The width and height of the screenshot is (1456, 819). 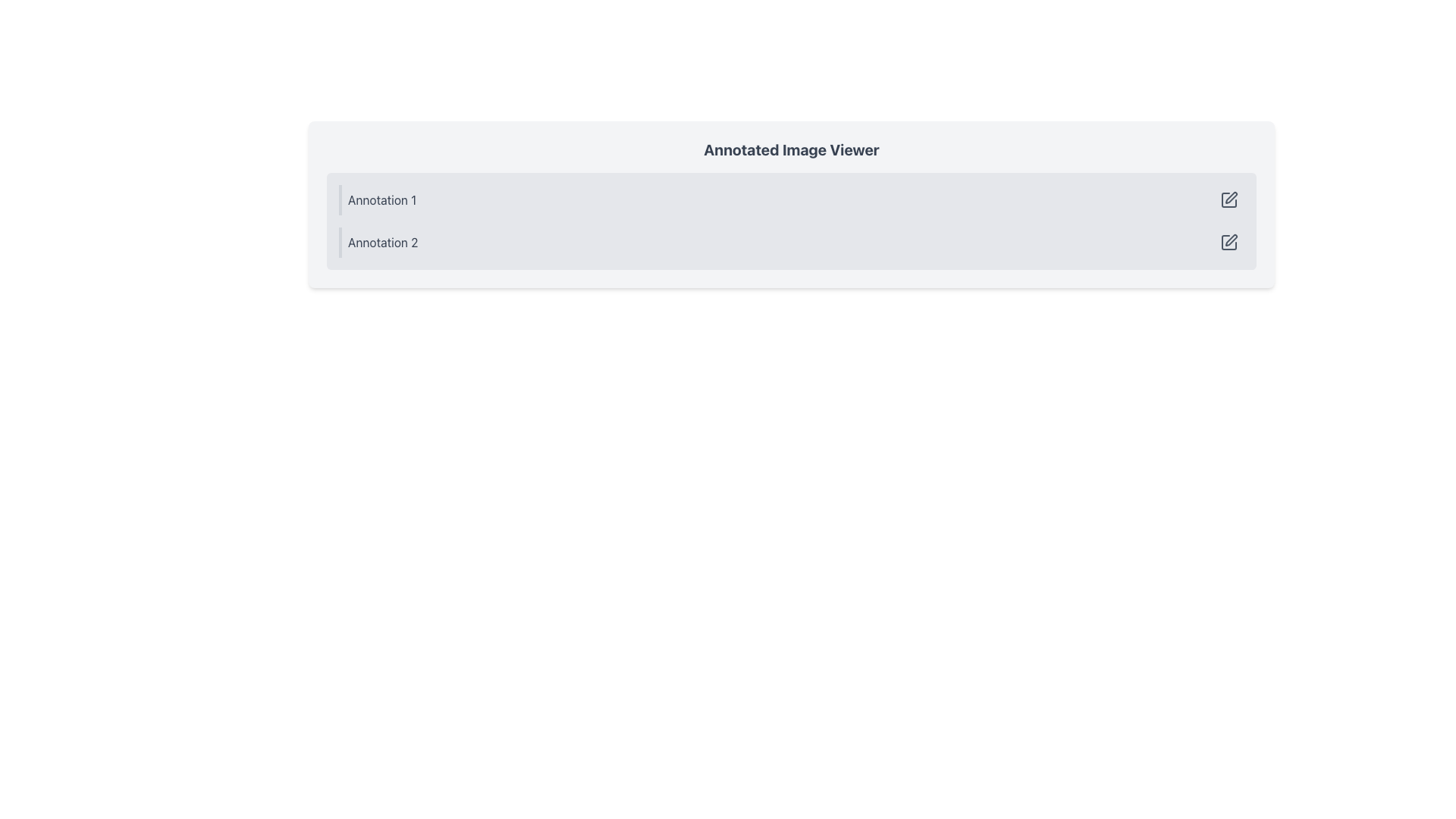 What do you see at coordinates (1229, 242) in the screenshot?
I see `the edit icon, which is a small pen inside a square, located on the rightmost side of the row labeled 'Annotation 2'` at bounding box center [1229, 242].